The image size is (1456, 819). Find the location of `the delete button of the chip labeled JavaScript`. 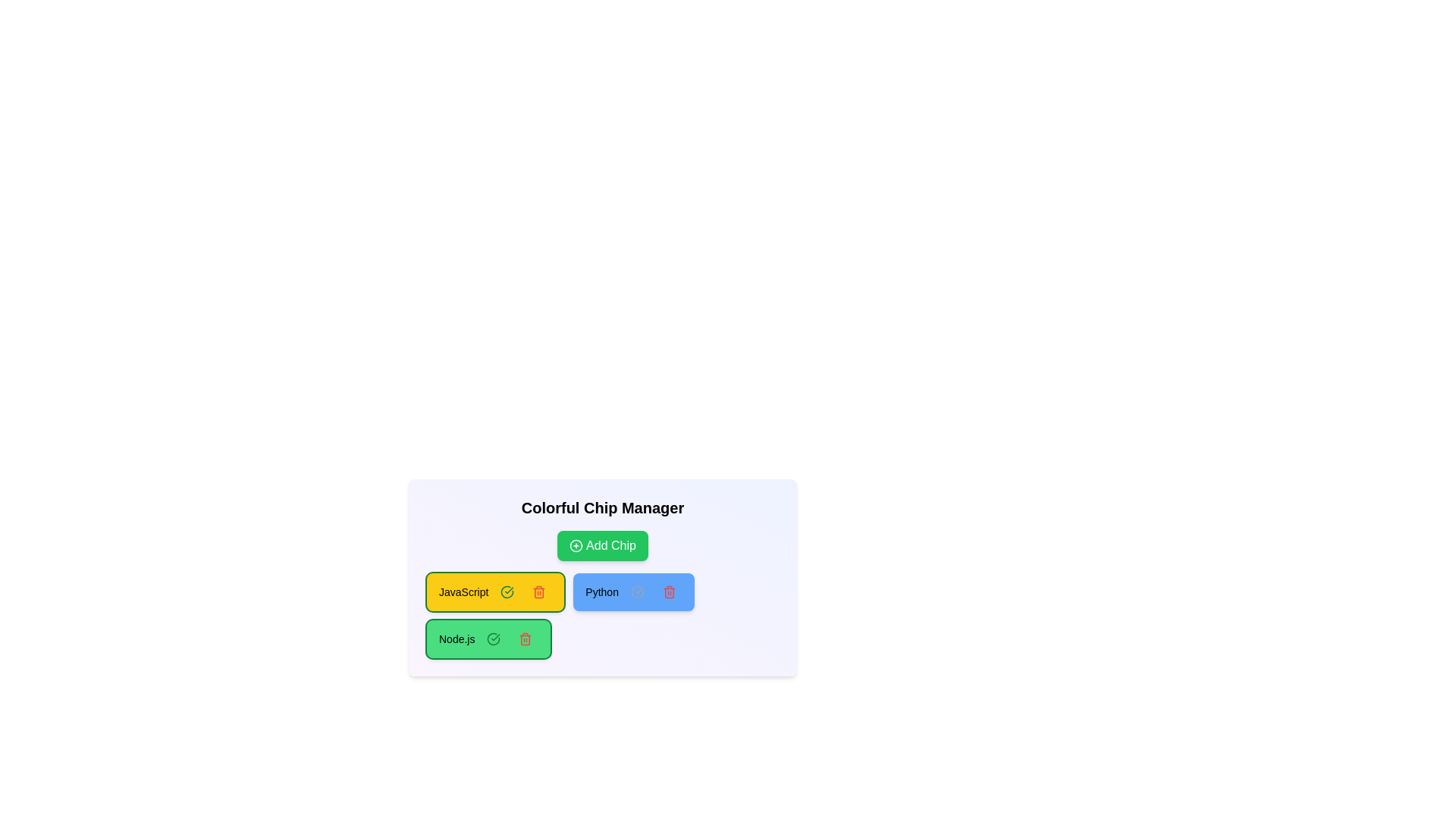

the delete button of the chip labeled JavaScript is located at coordinates (539, 591).